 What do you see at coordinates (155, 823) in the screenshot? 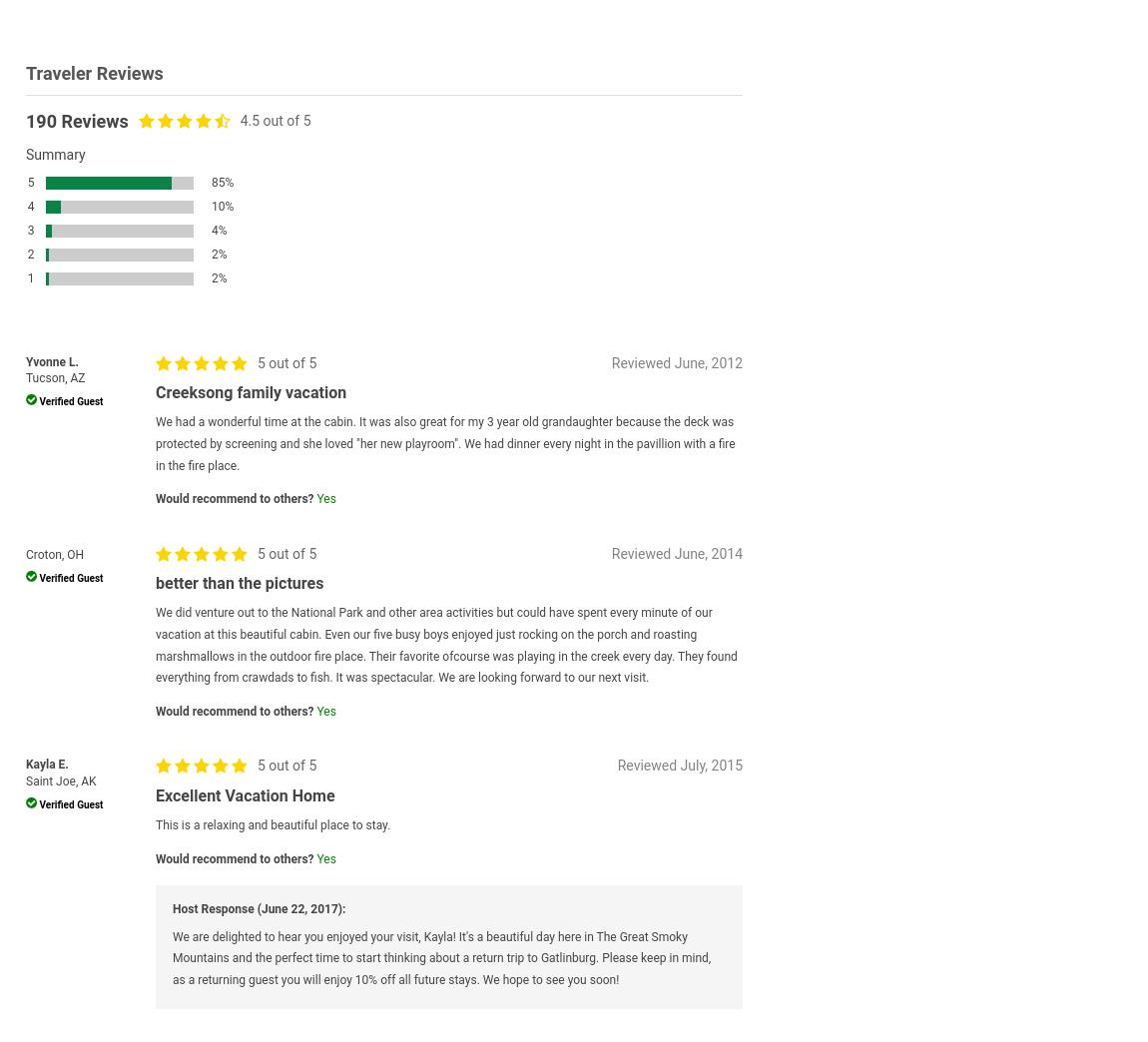
I see `'This is a relaxing and beautiful place to stay.'` at bounding box center [155, 823].